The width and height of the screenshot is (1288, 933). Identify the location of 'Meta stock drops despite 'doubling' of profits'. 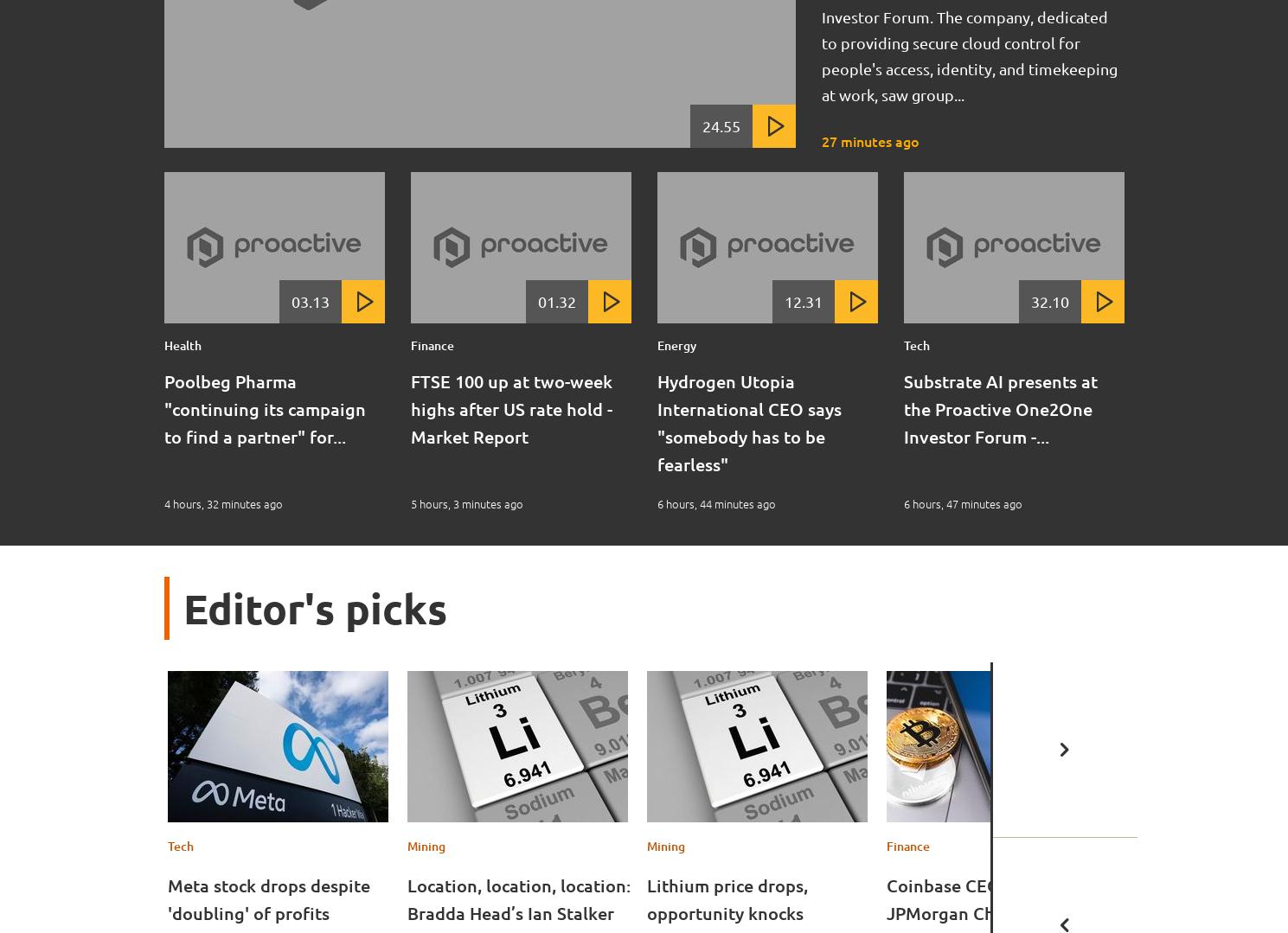
(267, 898).